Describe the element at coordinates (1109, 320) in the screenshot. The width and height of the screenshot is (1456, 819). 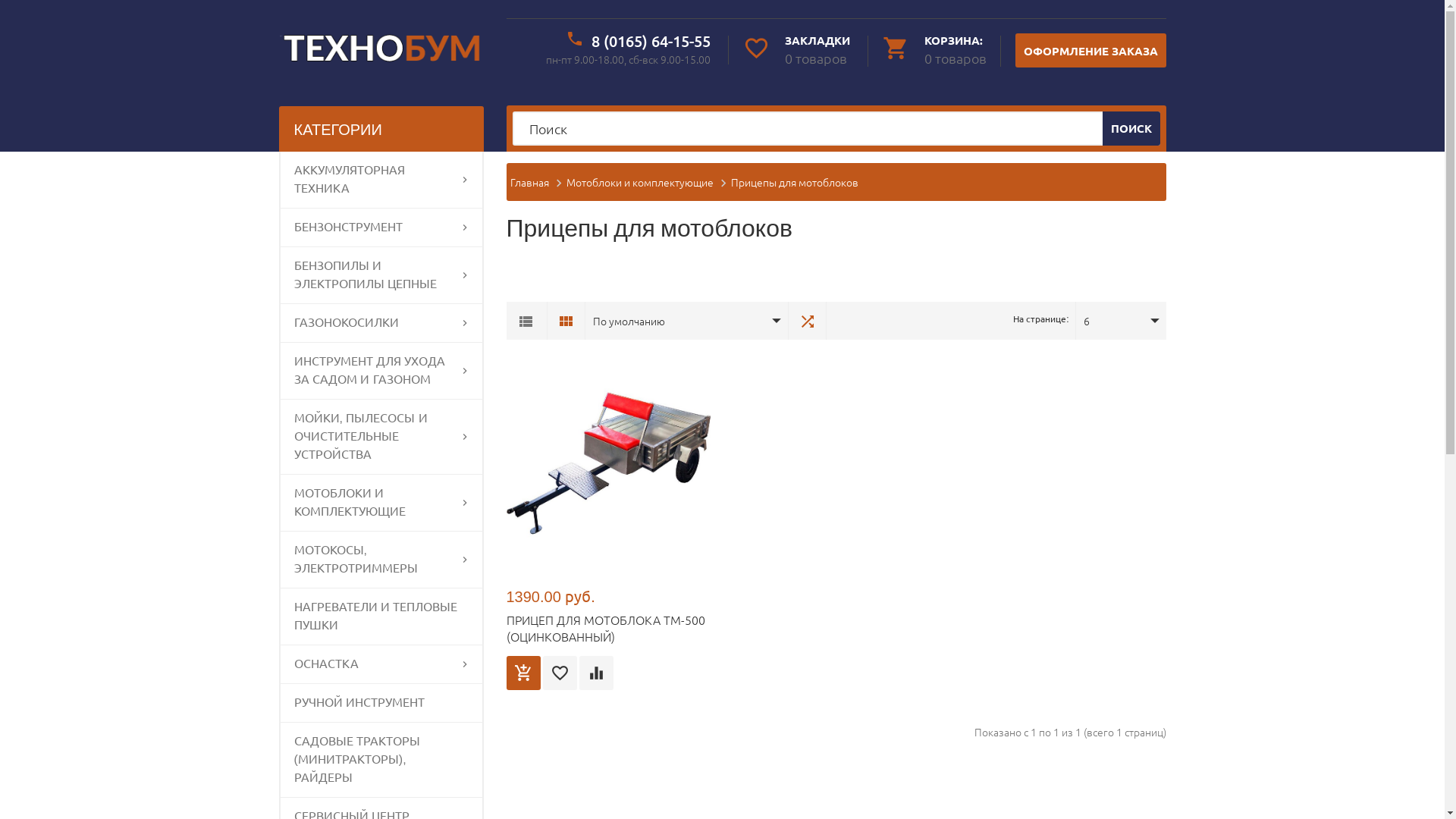
I see `'6'` at that location.